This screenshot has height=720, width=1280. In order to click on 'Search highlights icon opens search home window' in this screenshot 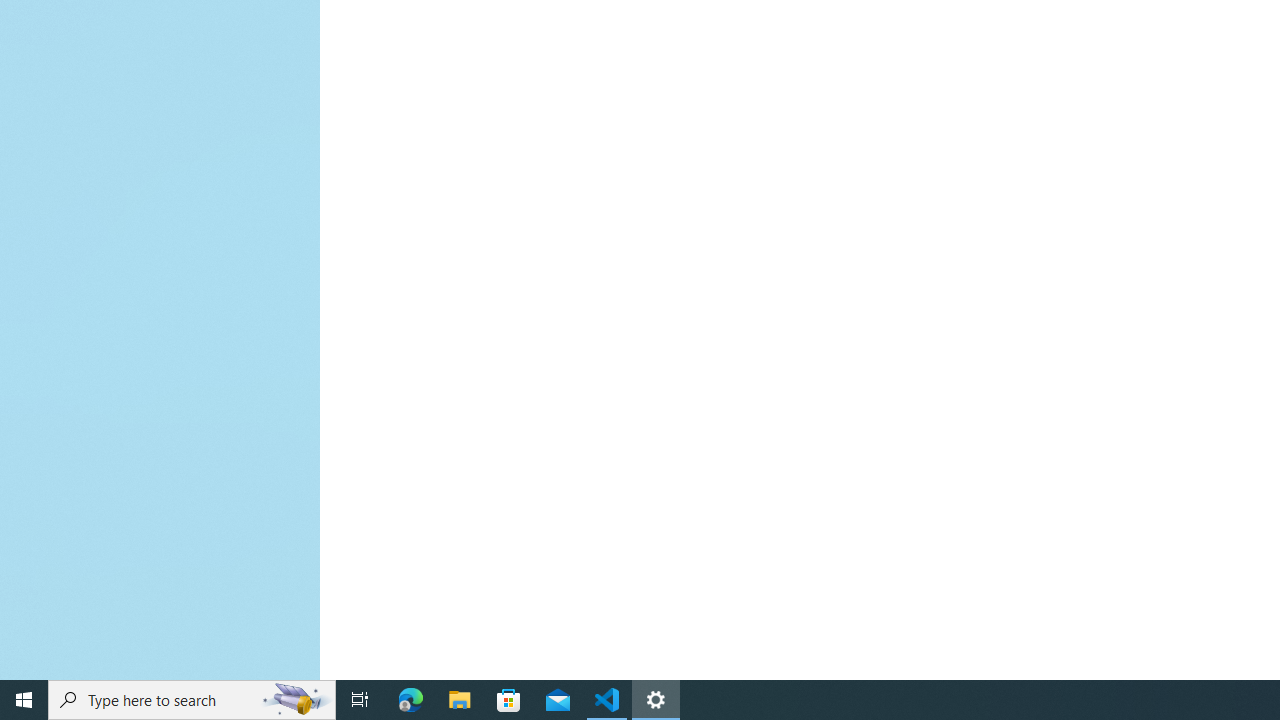, I will do `click(294, 698)`.